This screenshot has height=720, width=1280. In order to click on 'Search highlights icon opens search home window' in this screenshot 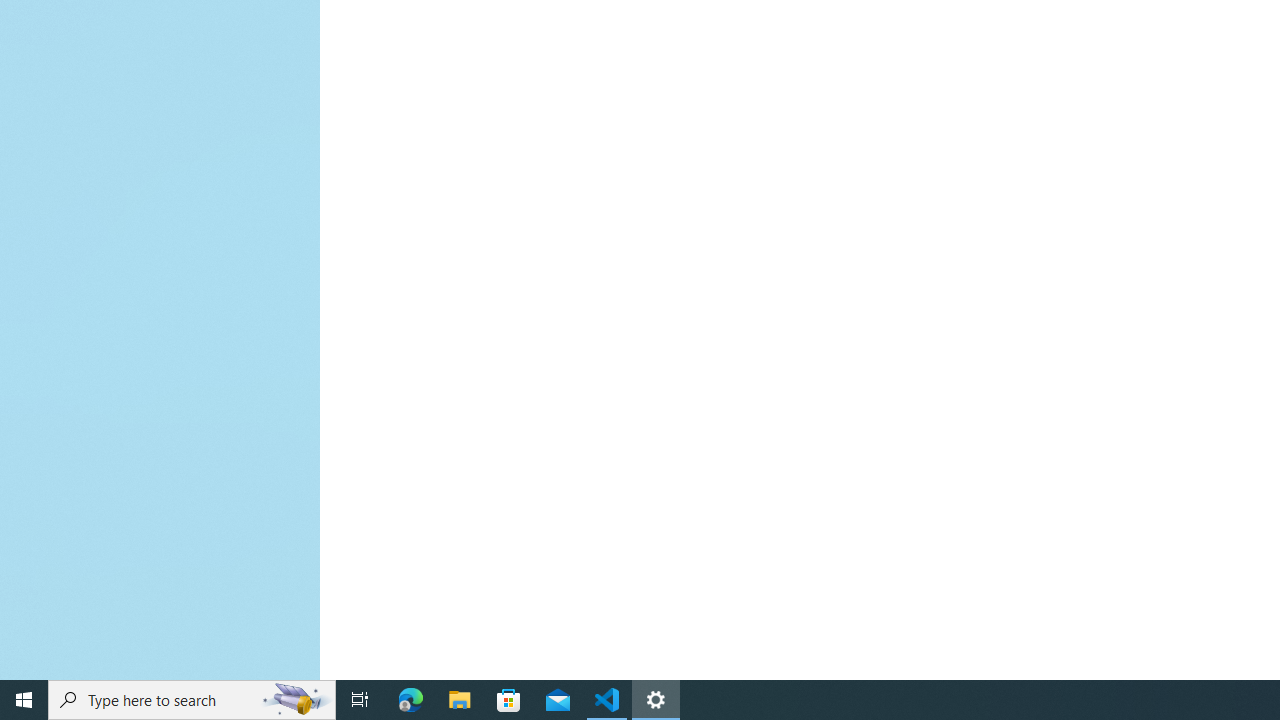, I will do `click(294, 698)`.